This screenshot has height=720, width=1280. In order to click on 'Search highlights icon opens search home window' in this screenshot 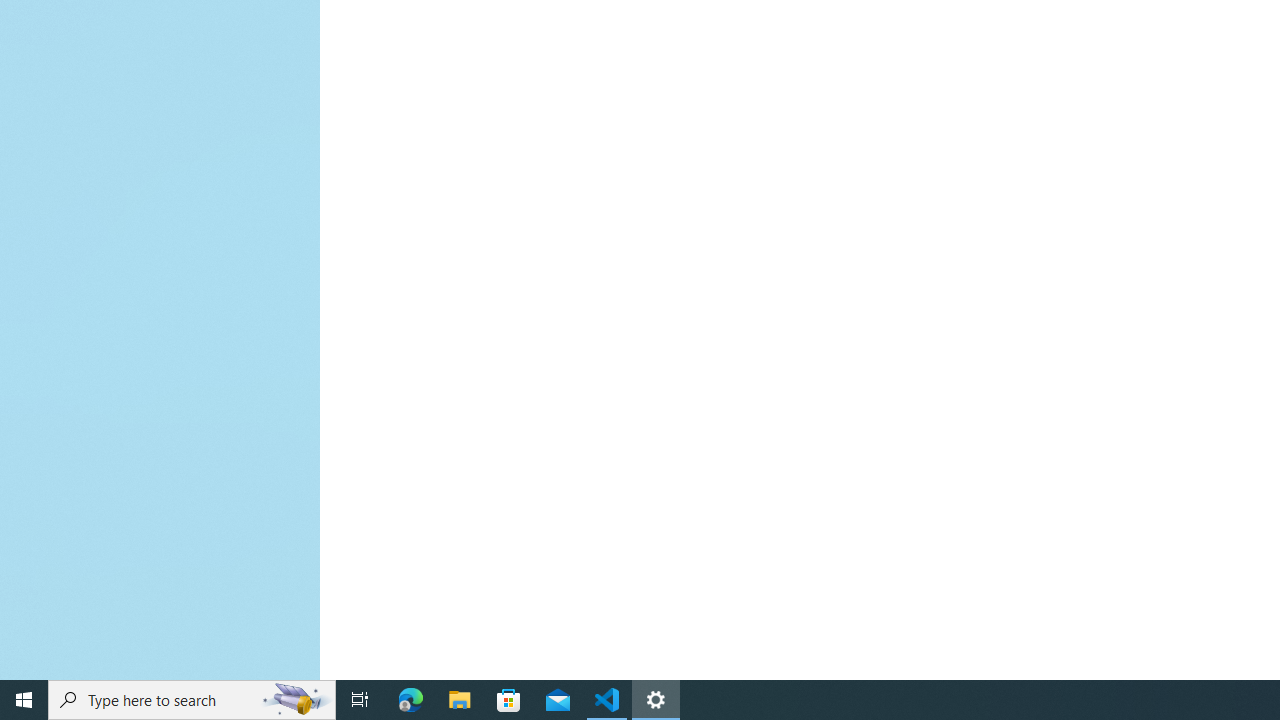, I will do `click(294, 698)`.